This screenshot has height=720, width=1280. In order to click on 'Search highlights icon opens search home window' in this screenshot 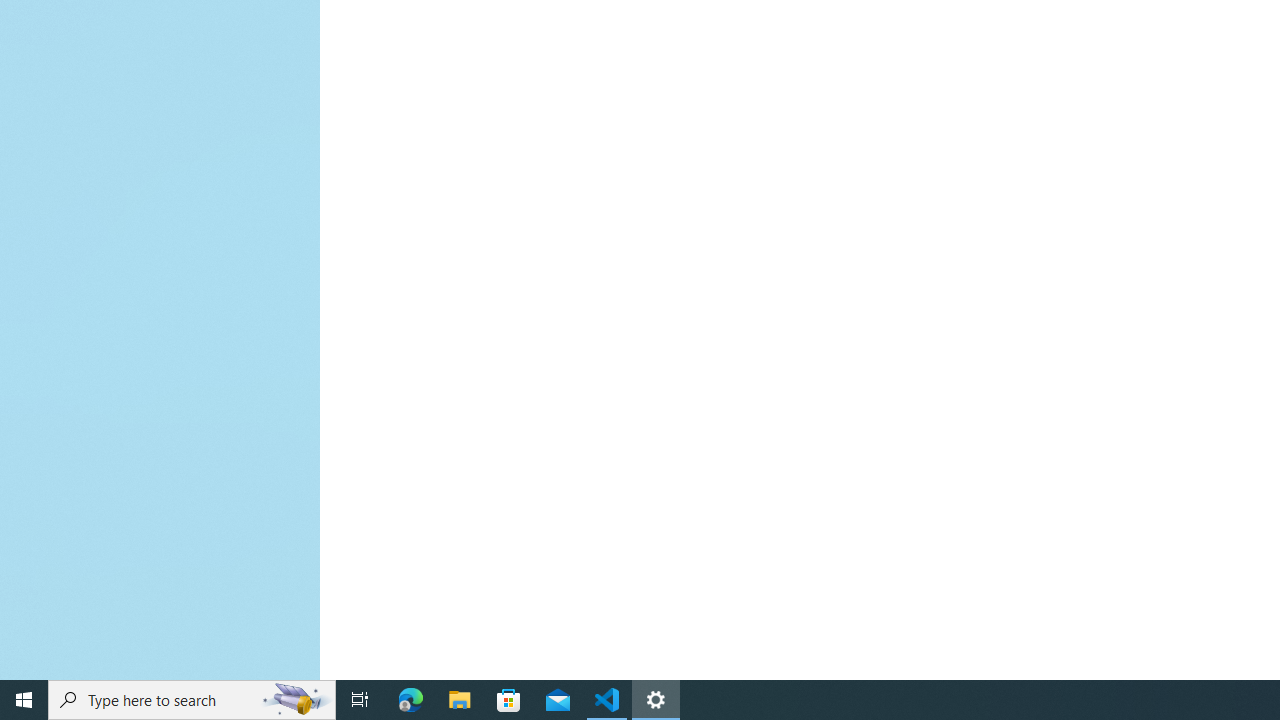, I will do `click(294, 698)`.